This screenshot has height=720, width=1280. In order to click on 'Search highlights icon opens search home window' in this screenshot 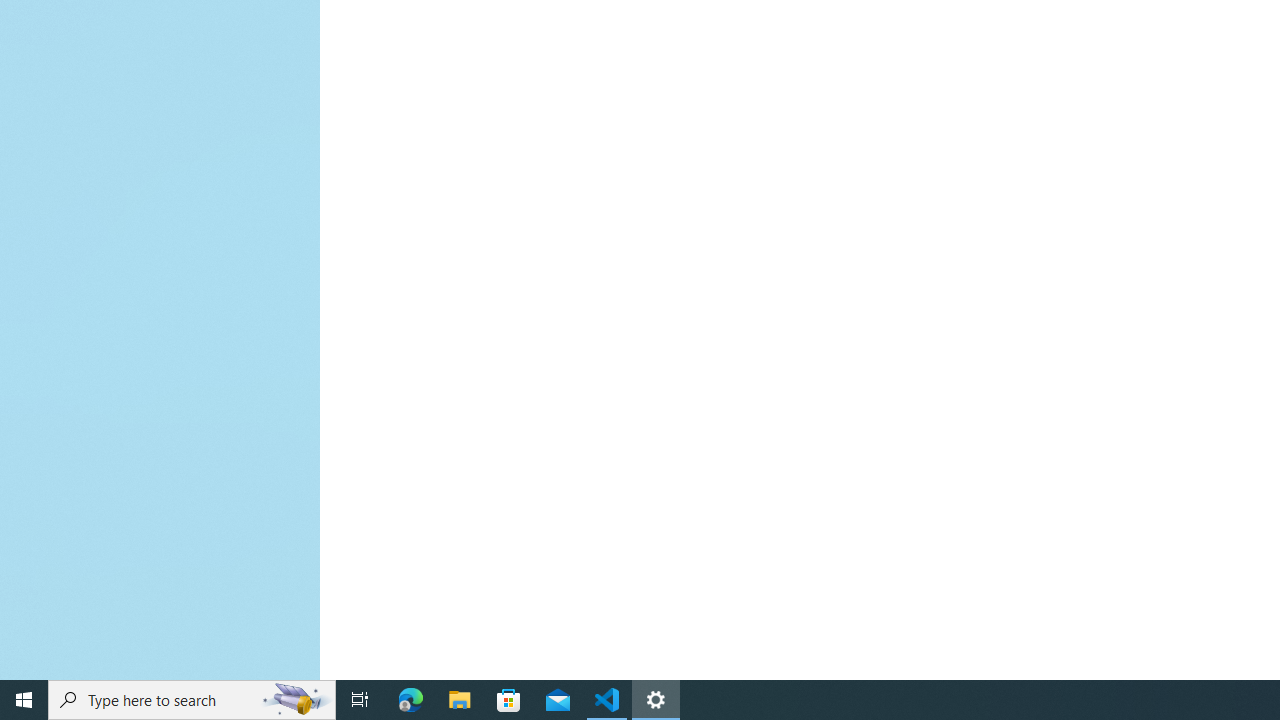, I will do `click(294, 698)`.